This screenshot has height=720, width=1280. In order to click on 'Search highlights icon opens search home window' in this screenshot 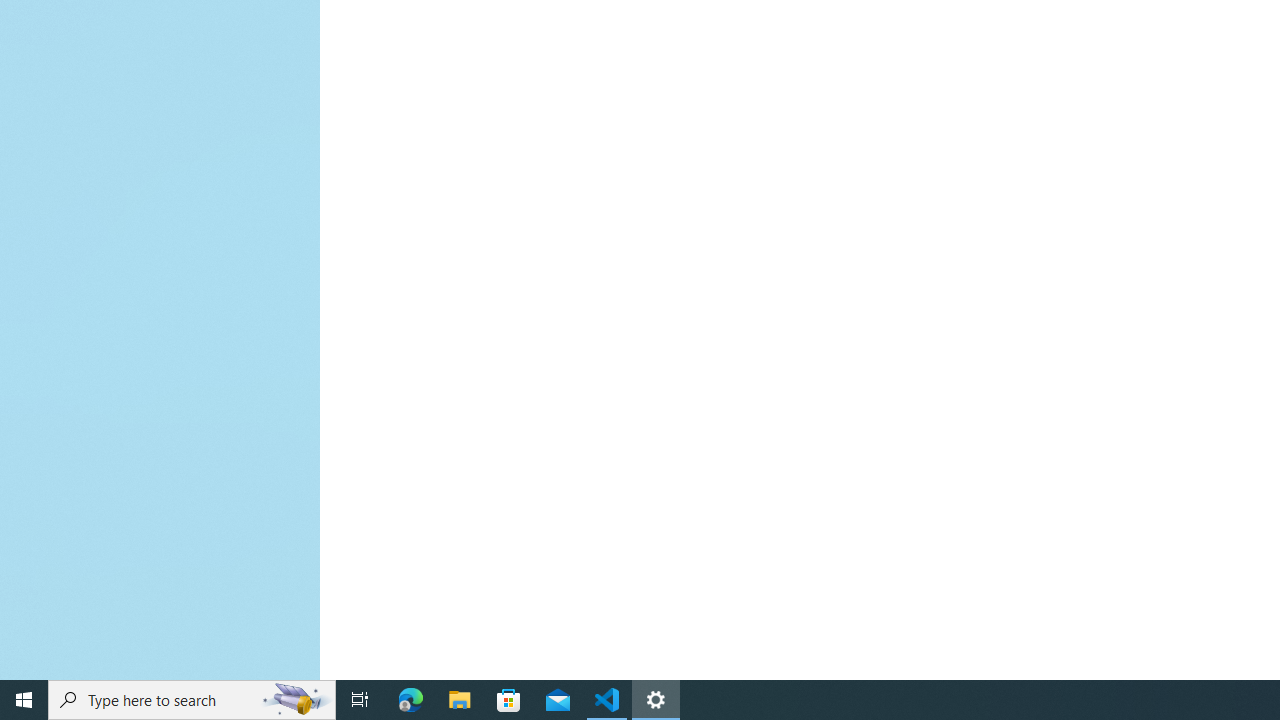, I will do `click(294, 698)`.